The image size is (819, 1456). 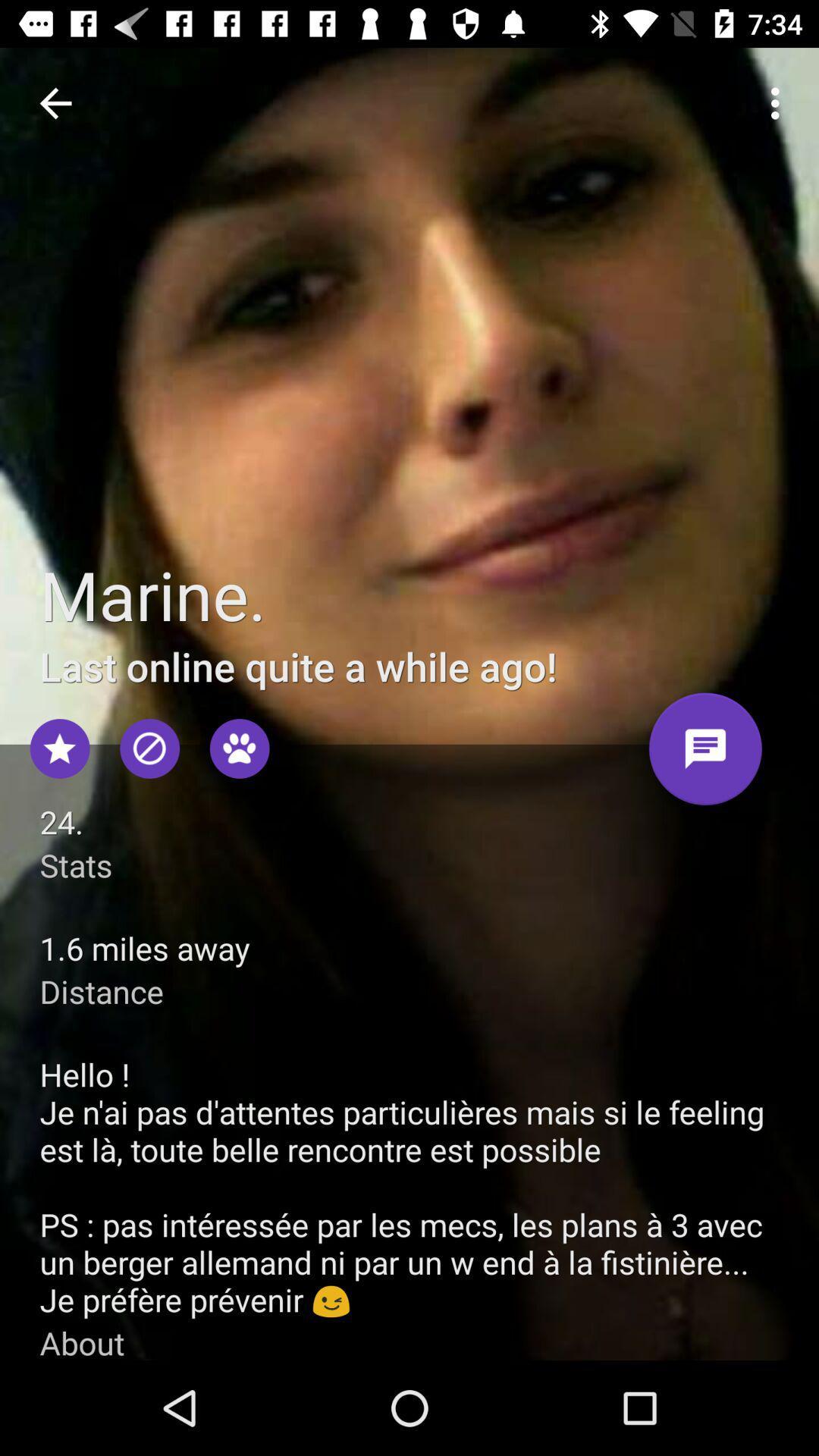 What do you see at coordinates (705, 755) in the screenshot?
I see `message button` at bounding box center [705, 755].